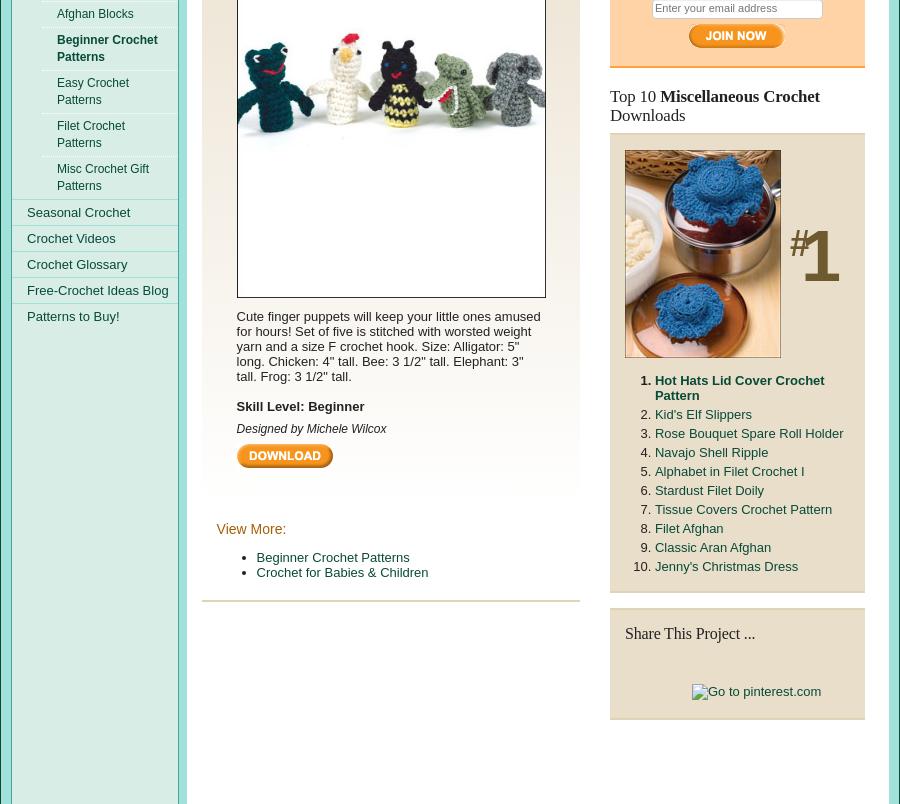 The height and width of the screenshot is (804, 900). Describe the element at coordinates (794, 242) in the screenshot. I see `'#'` at that location.